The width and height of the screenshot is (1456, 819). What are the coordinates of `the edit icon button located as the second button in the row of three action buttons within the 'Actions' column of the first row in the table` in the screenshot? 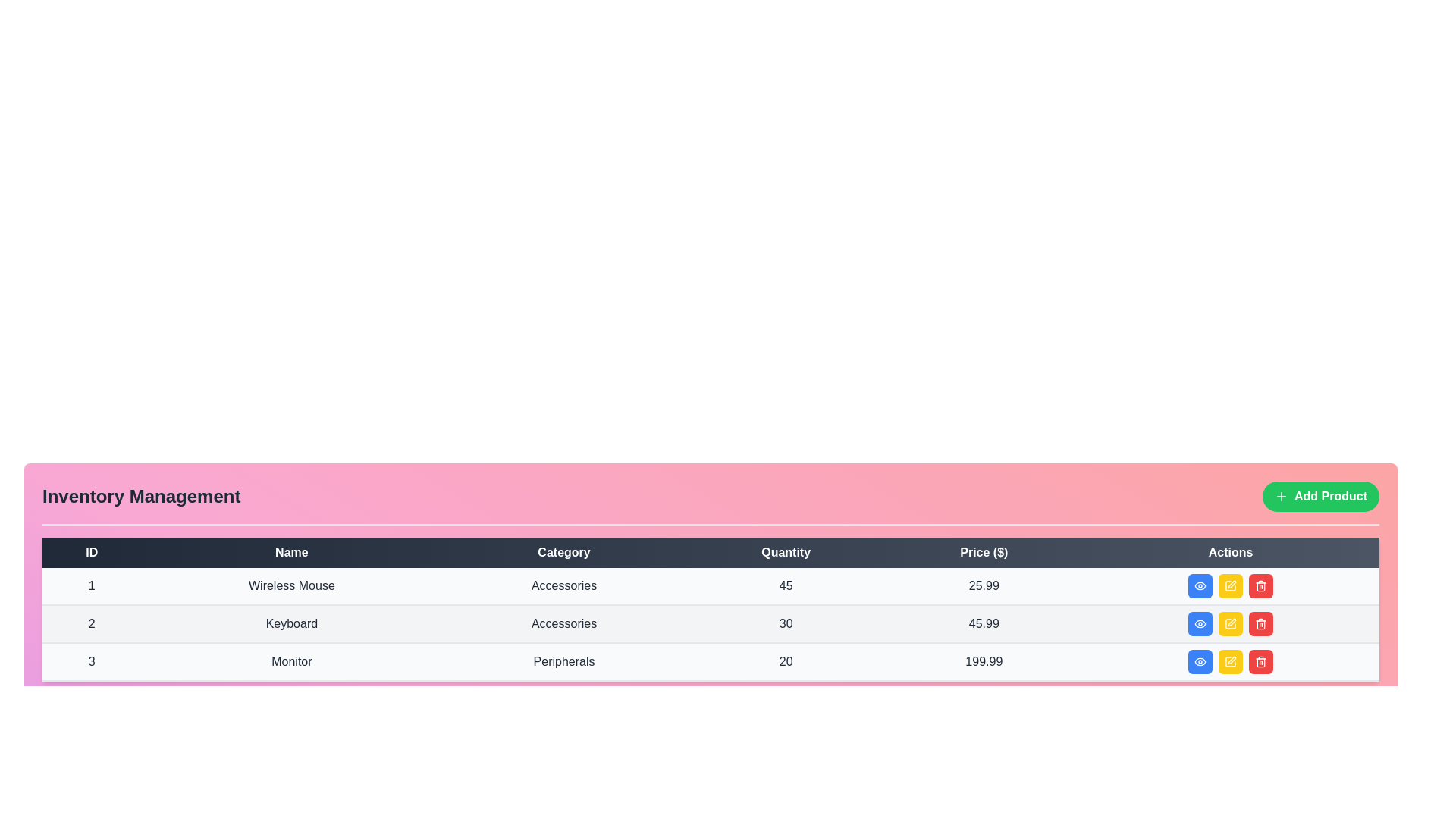 It's located at (1231, 585).